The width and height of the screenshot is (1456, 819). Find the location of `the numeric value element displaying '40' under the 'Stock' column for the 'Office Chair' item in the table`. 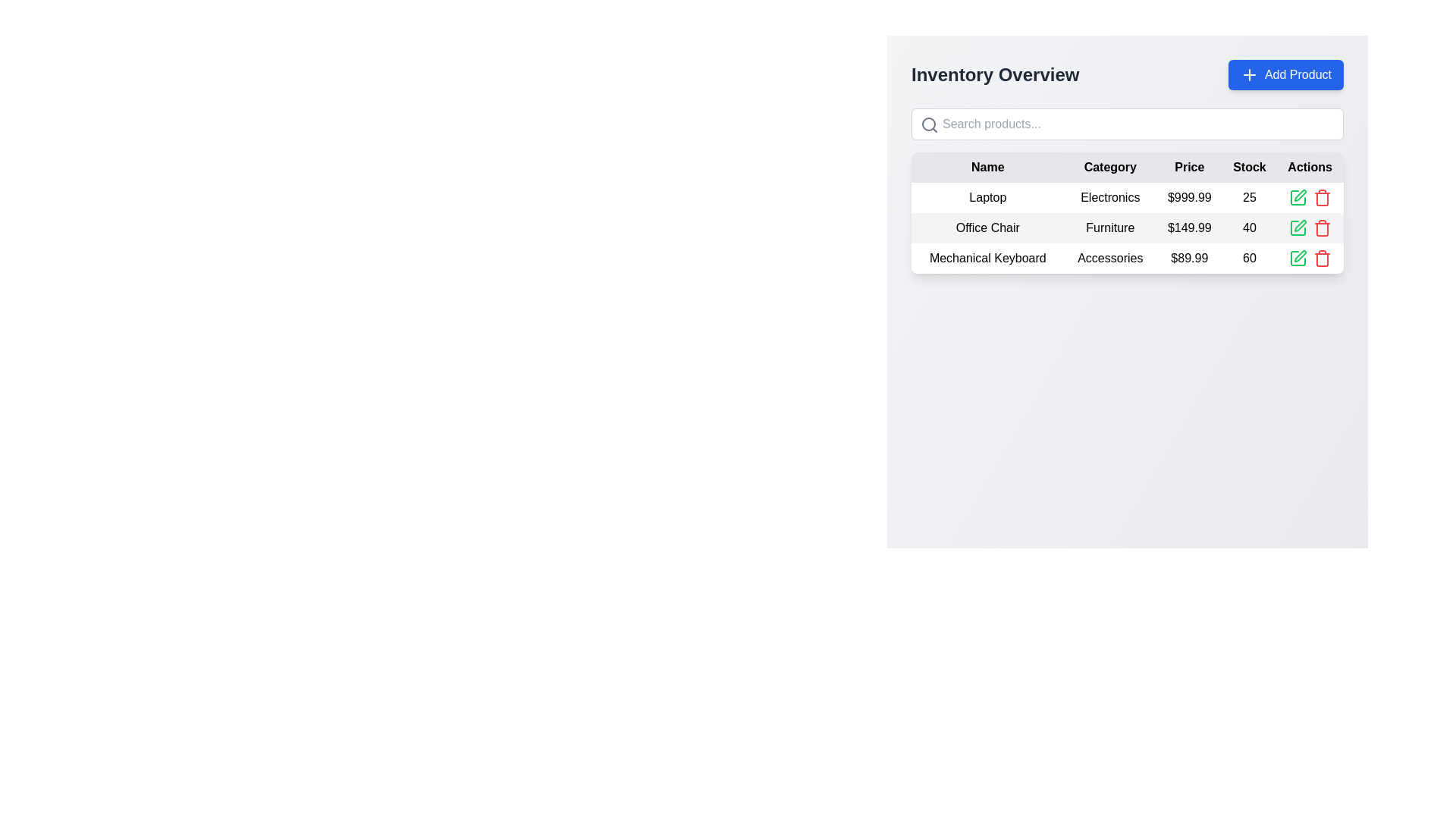

the numeric value element displaying '40' under the 'Stock' column for the 'Office Chair' item in the table is located at coordinates (1249, 227).